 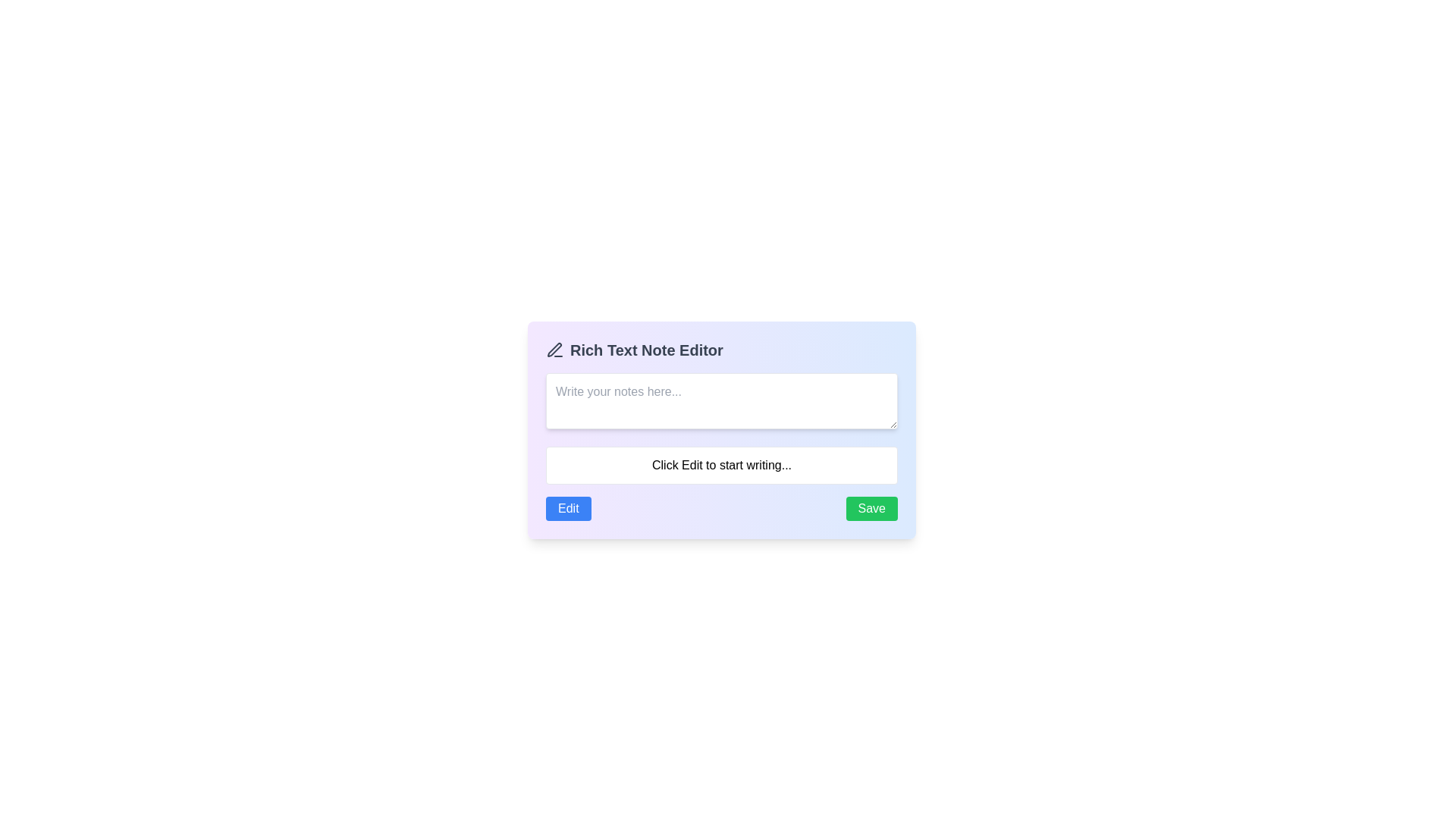 I want to click on the Decorative SVG icon in the top-left corner of the 'Rich Text Note Editor' interface, which indicates text-editing capabilities, so click(x=554, y=350).